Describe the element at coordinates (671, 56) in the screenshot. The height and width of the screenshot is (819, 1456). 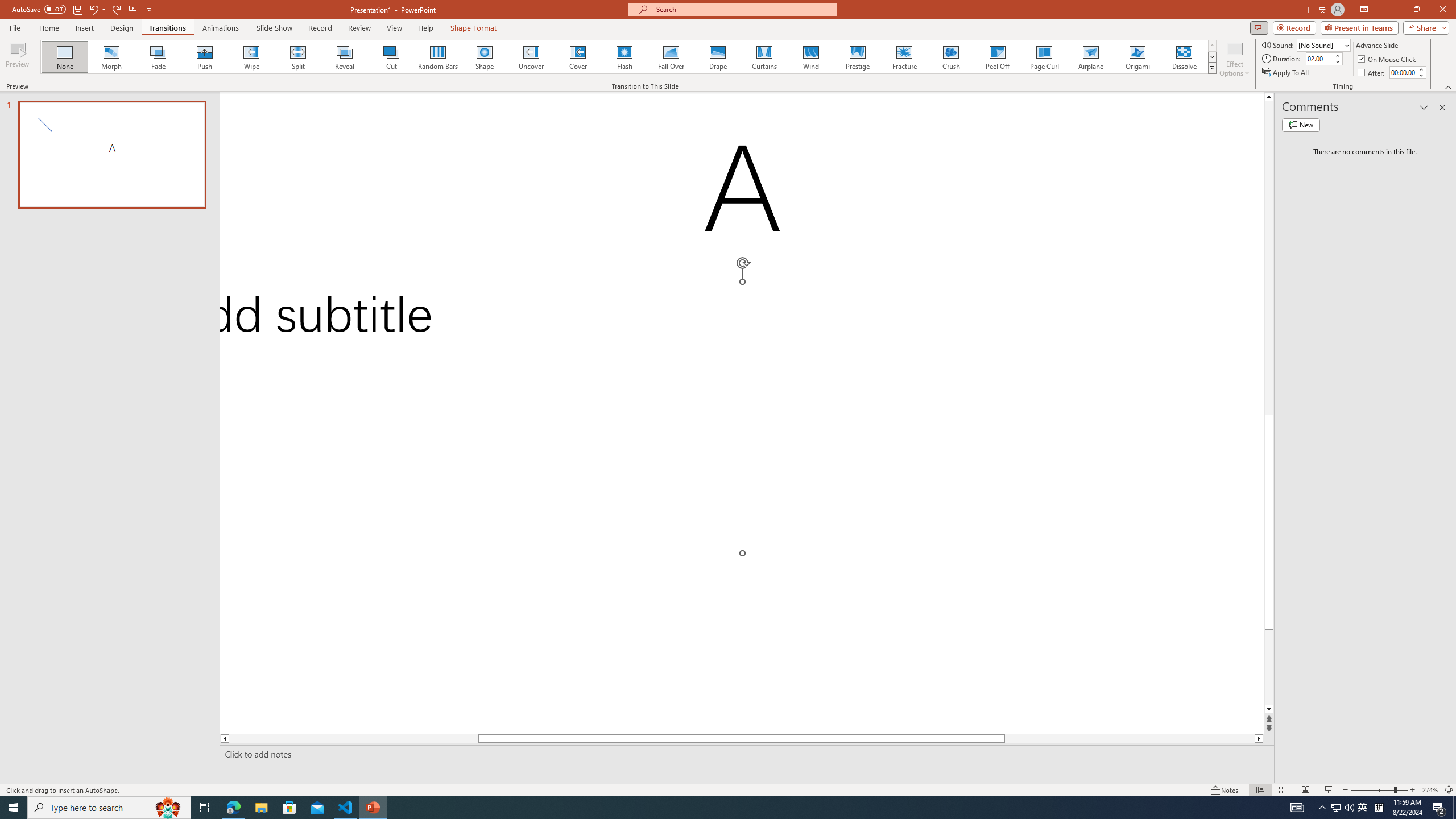
I see `'Fall Over'` at that location.